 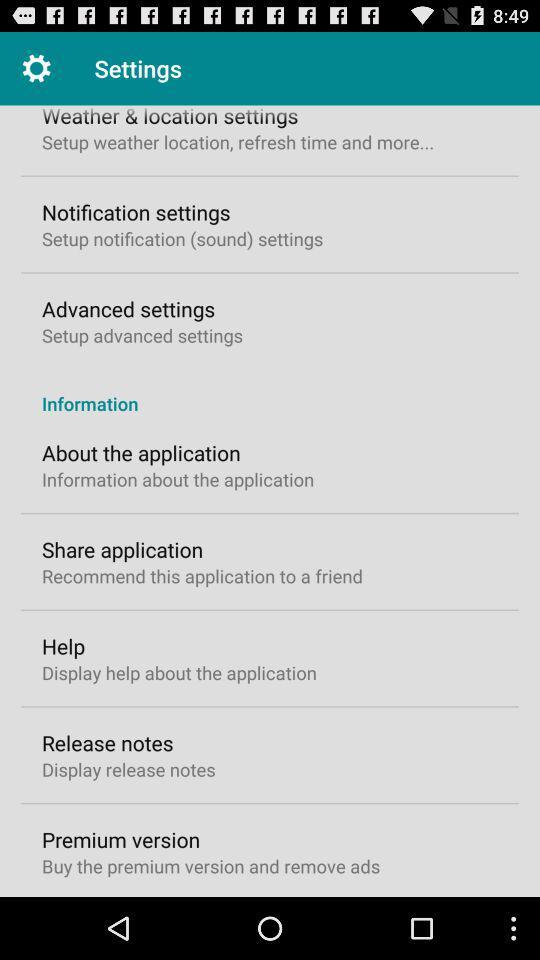 What do you see at coordinates (182, 238) in the screenshot?
I see `the icon below the notification settings` at bounding box center [182, 238].